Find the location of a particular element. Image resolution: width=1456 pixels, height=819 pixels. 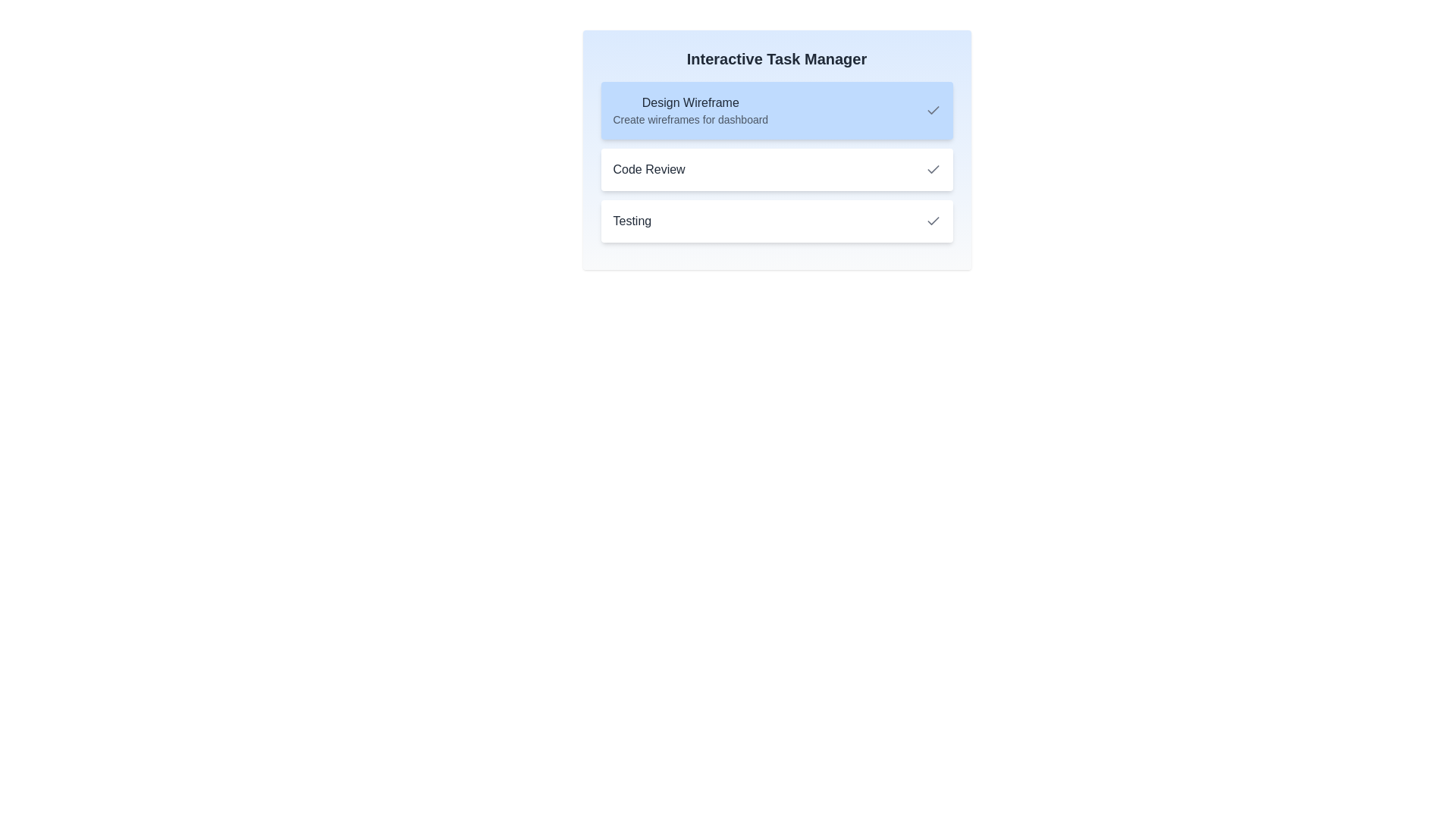

the task Code Review to see its details is located at coordinates (777, 169).